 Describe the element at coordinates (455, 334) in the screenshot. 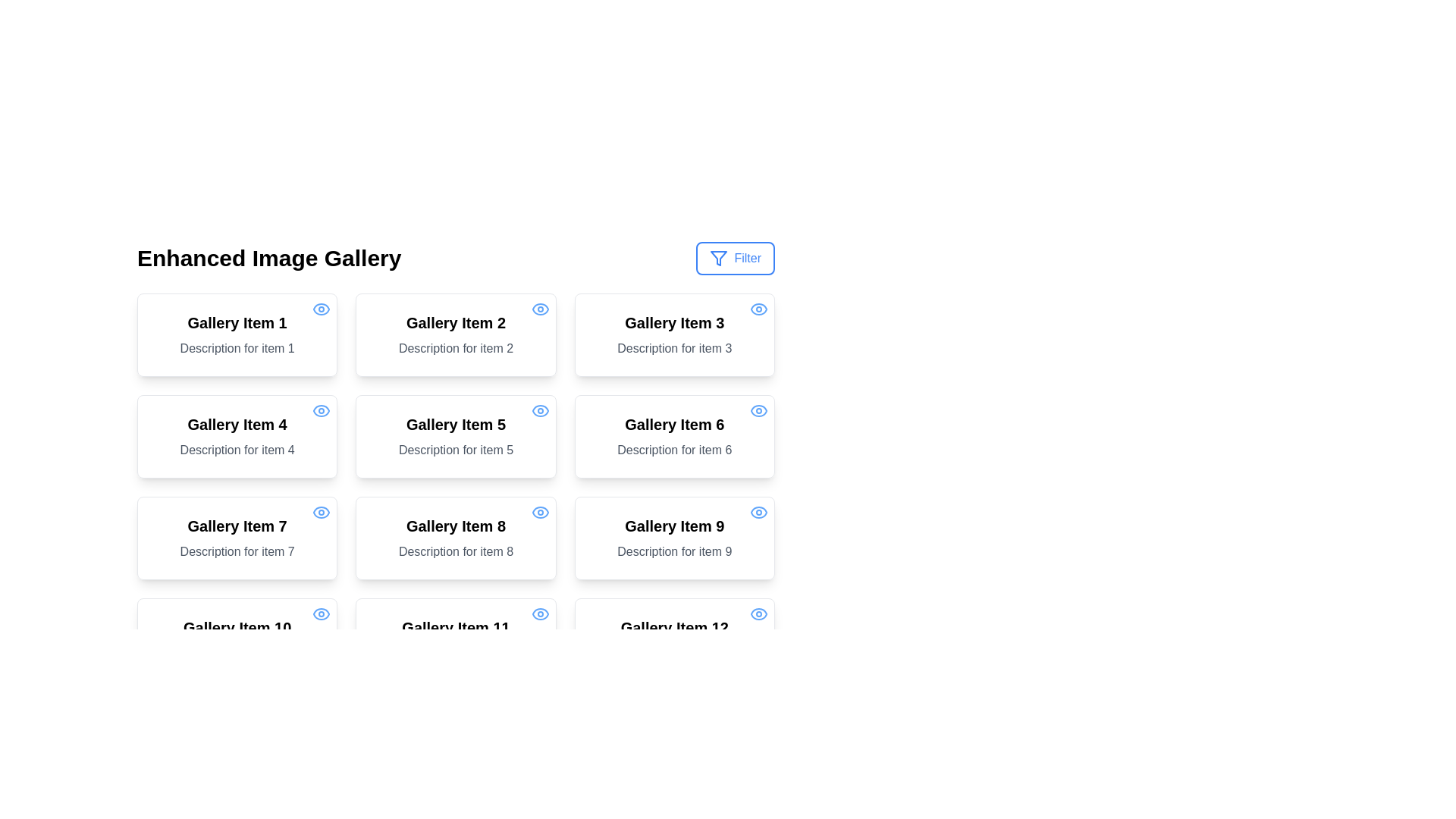

I see `the rectangular card displaying 'Gallery Item 2' with a white background and blue eye icon` at that location.